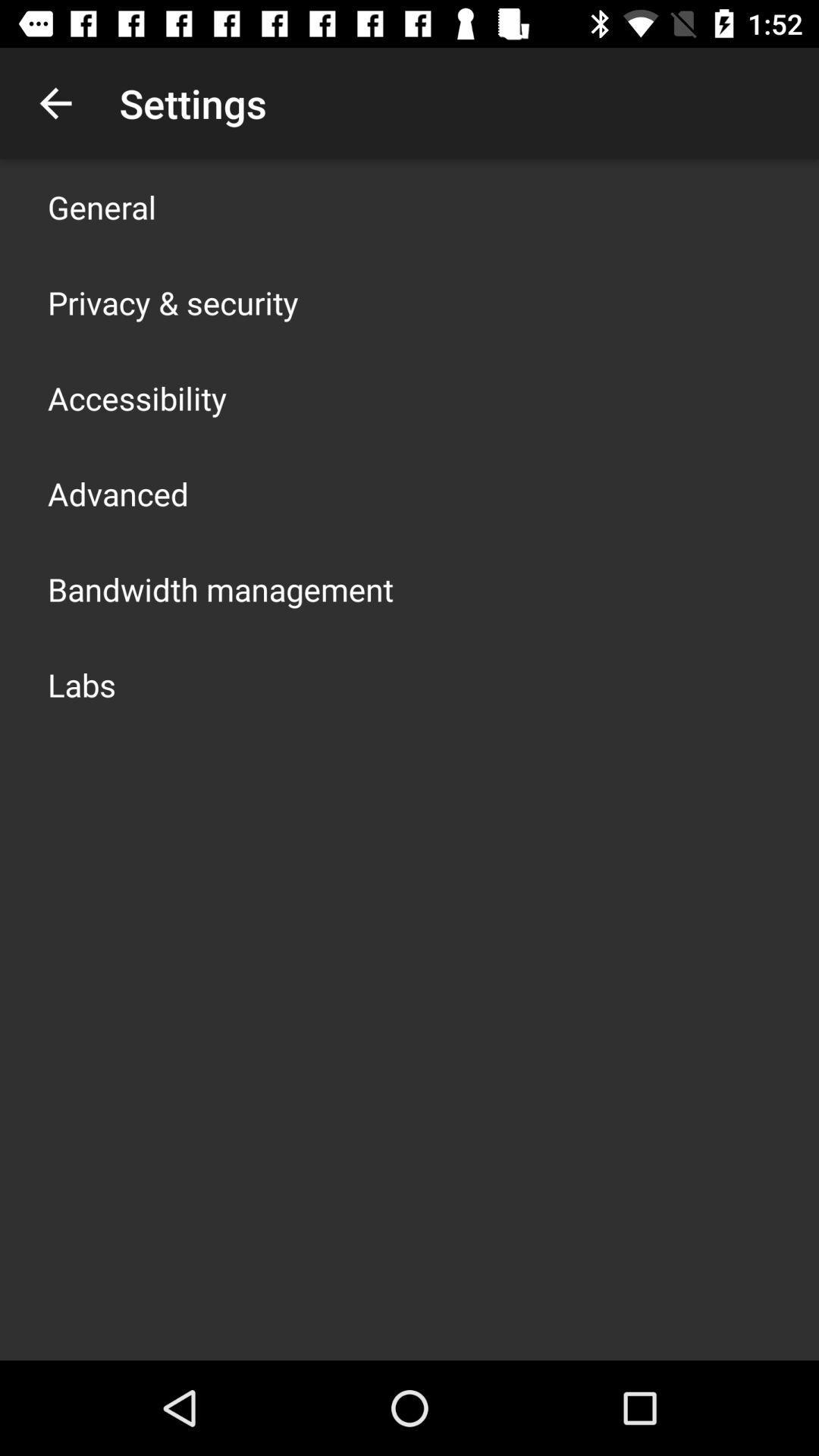  I want to click on the app below privacy & security app, so click(137, 397).